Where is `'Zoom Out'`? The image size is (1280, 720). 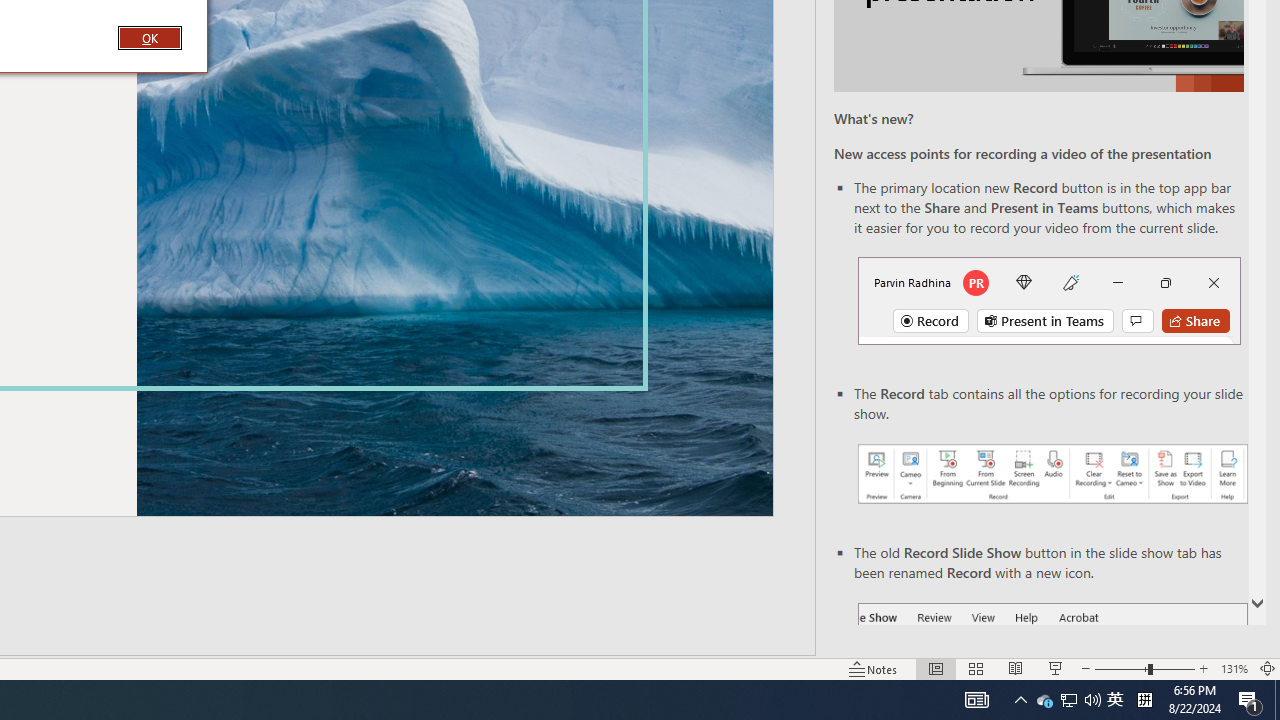
'Zoom Out' is located at coordinates (1121, 669).